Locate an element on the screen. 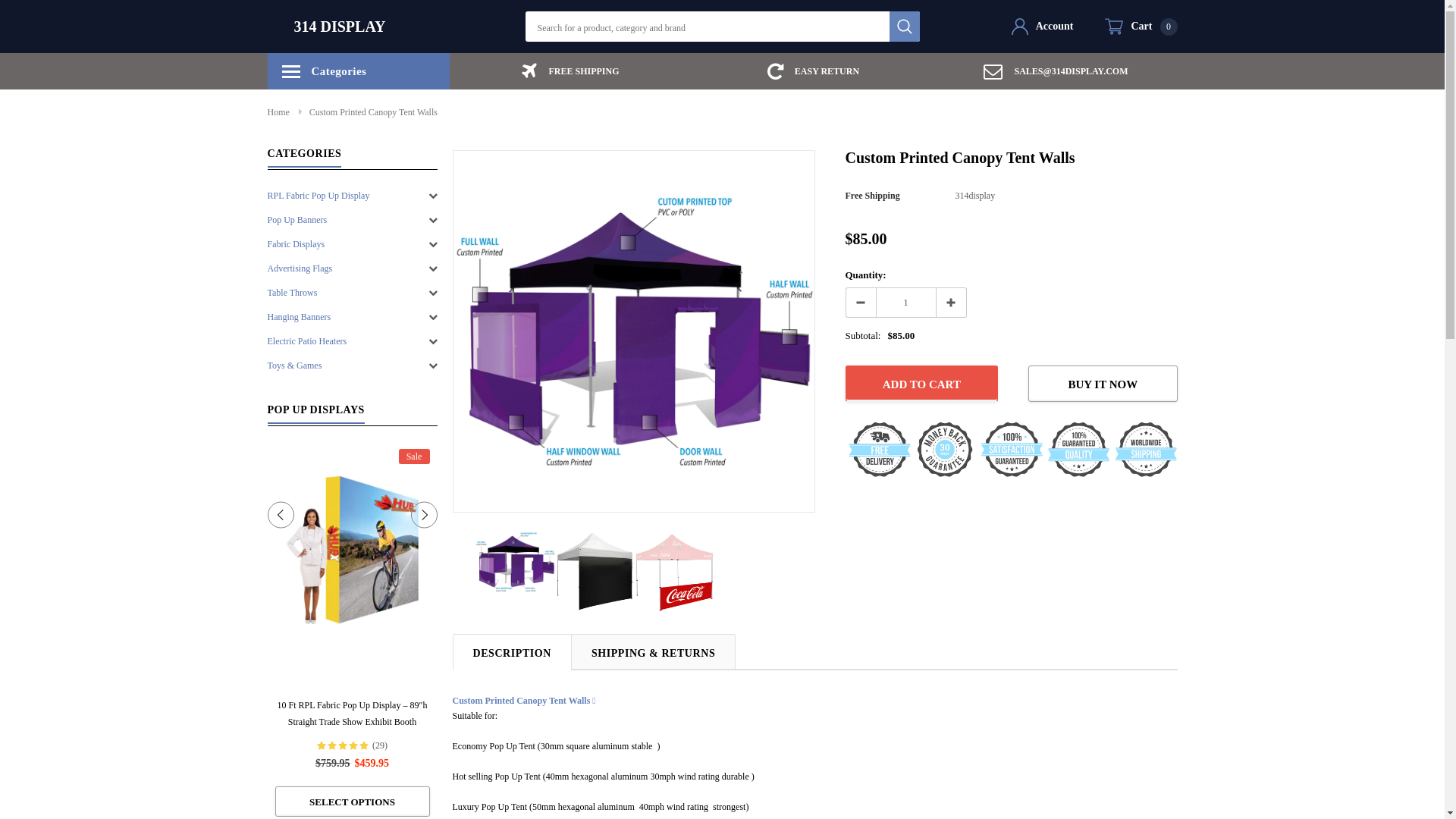 The image size is (1456, 819). 'SALES@314DISPLAY.COM' is located at coordinates (1055, 71).